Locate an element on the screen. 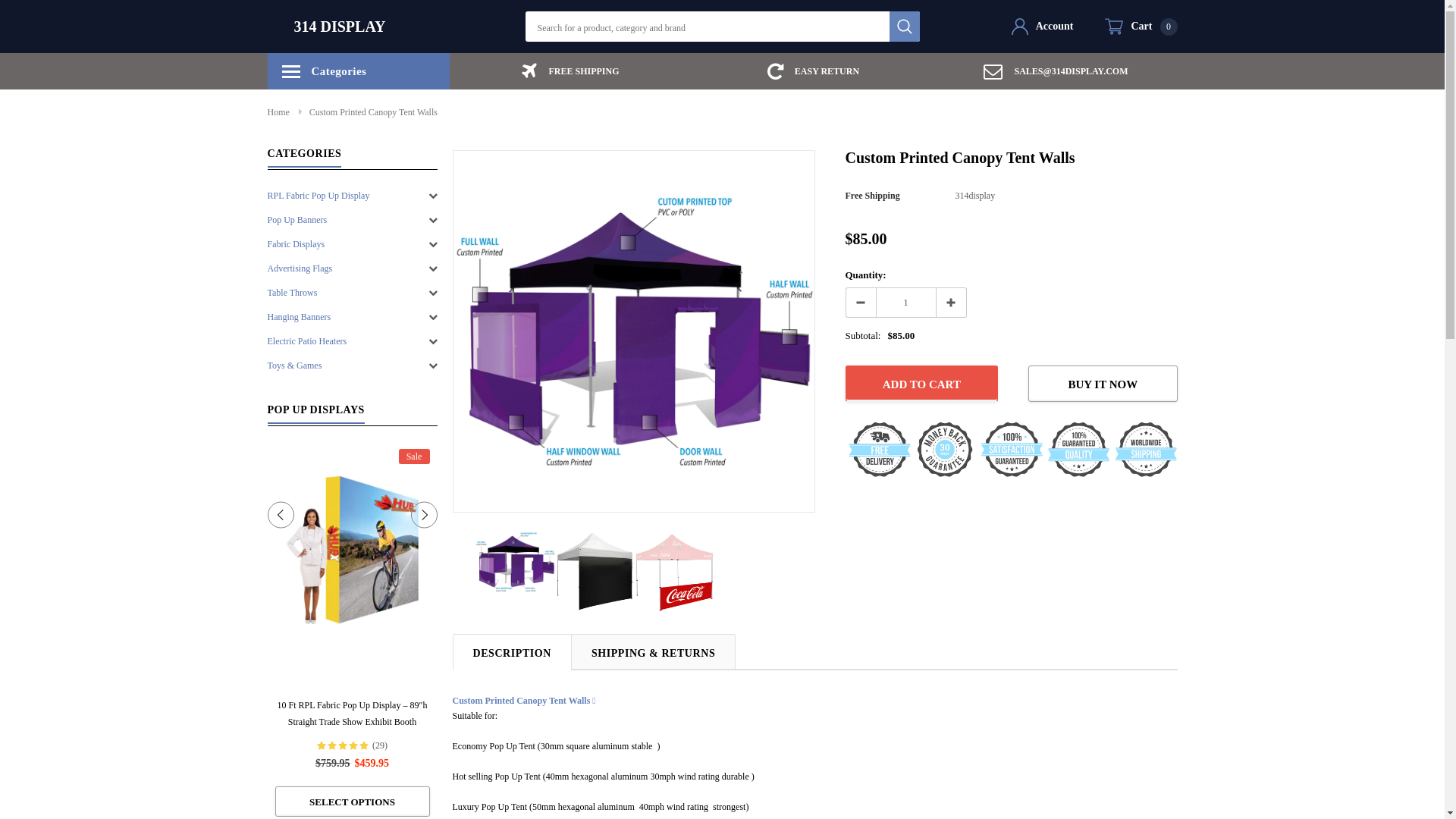 The image size is (1456, 819). 'SALES@314DISPLAY.COM' is located at coordinates (1055, 71).